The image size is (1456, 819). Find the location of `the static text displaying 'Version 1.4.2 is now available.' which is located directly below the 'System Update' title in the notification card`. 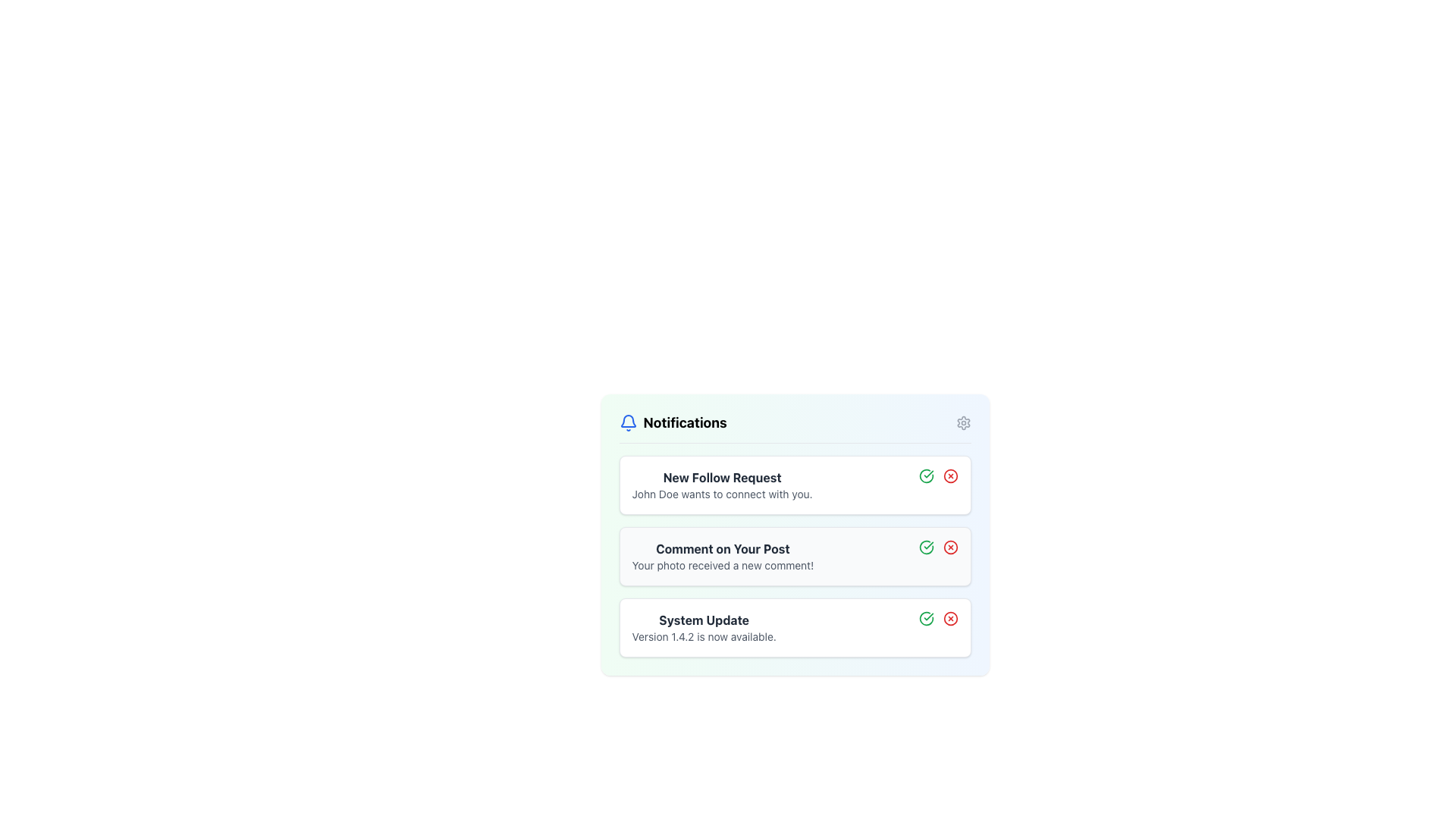

the static text displaying 'Version 1.4.2 is now available.' which is located directly below the 'System Update' title in the notification card is located at coordinates (703, 637).